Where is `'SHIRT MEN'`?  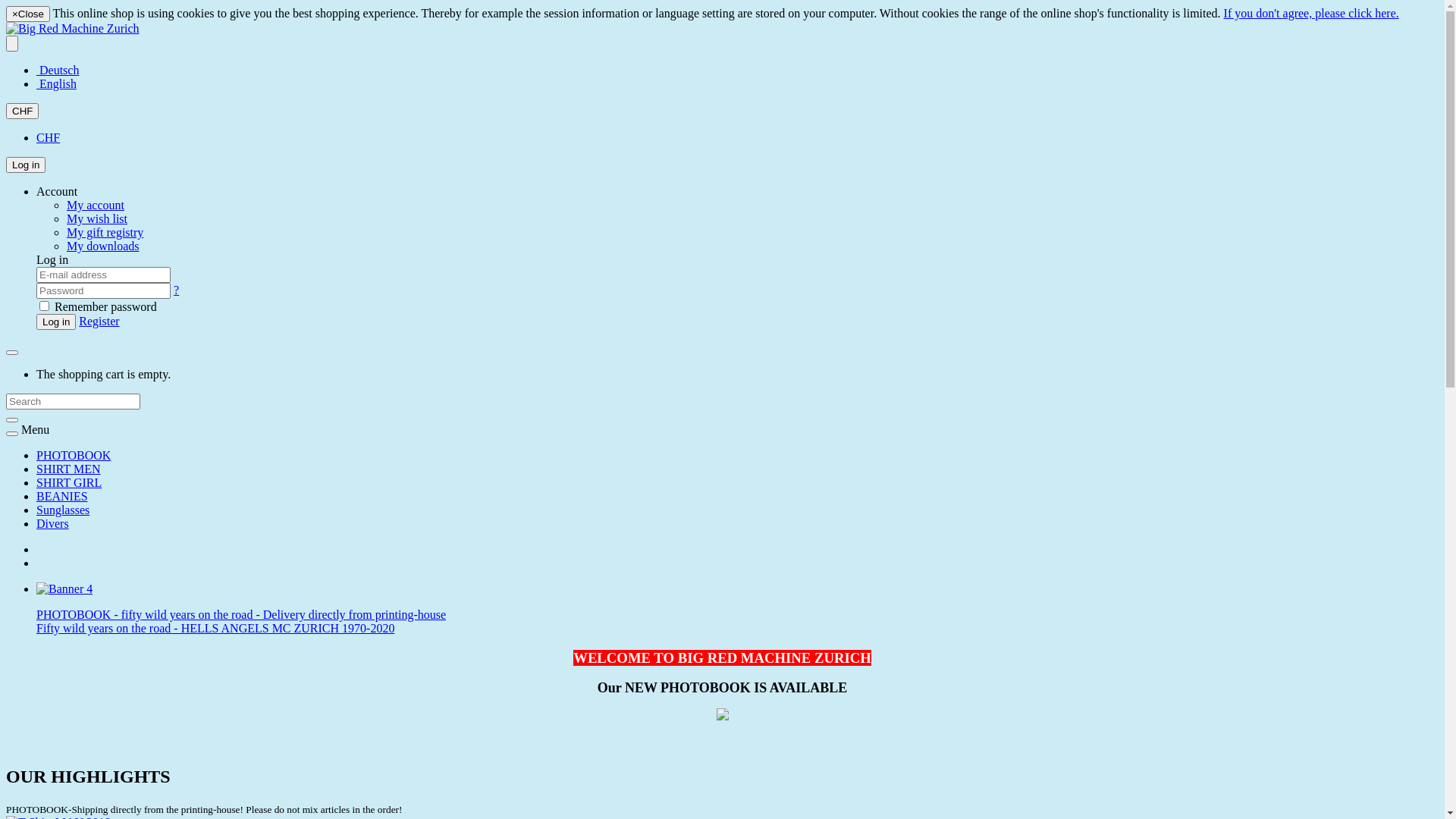 'SHIRT MEN' is located at coordinates (67, 468).